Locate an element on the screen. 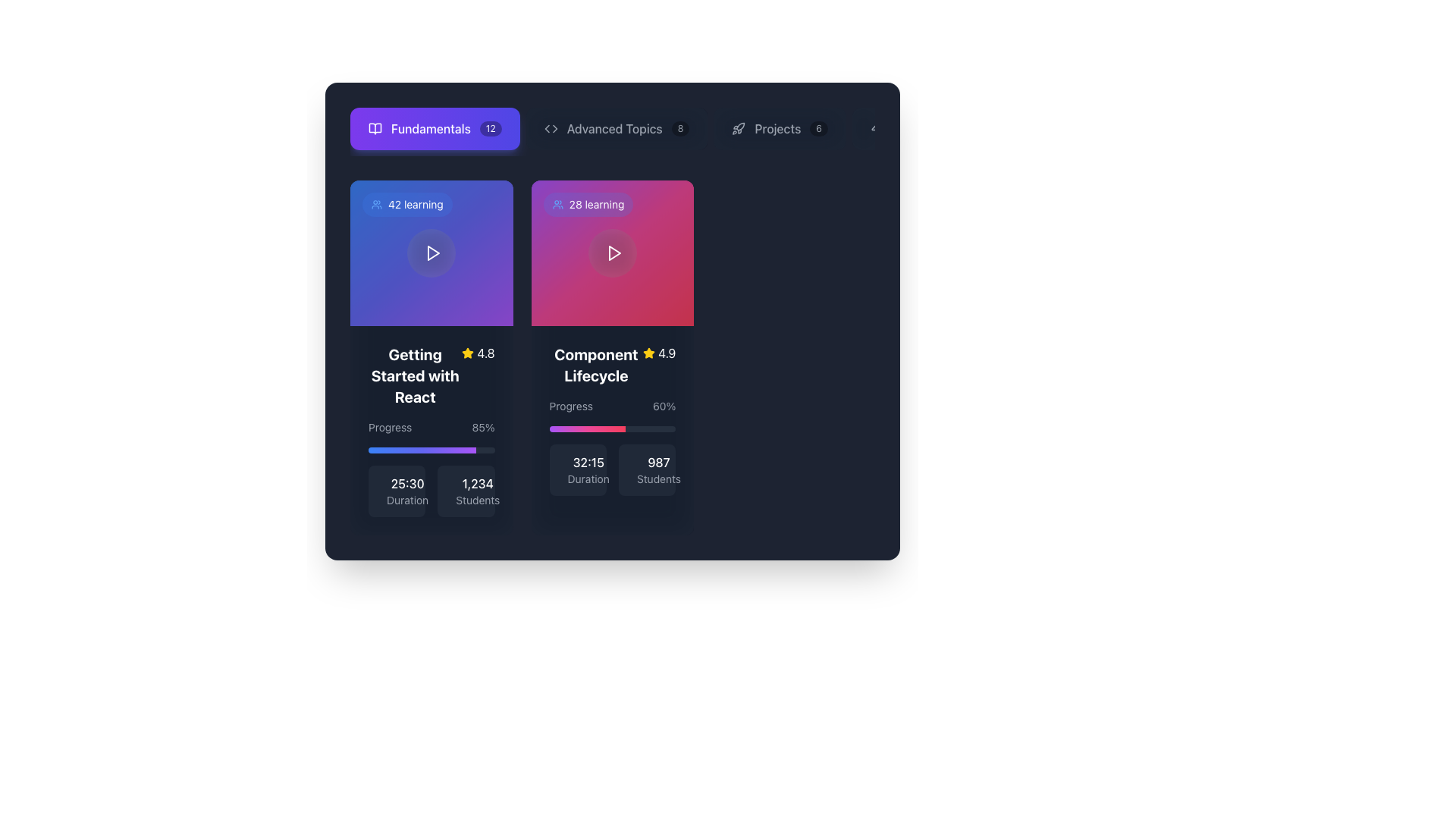  the static text label indicating the progress percentage of the task located above the progress bar in the 'Component Lifecycle' card is located at coordinates (664, 406).